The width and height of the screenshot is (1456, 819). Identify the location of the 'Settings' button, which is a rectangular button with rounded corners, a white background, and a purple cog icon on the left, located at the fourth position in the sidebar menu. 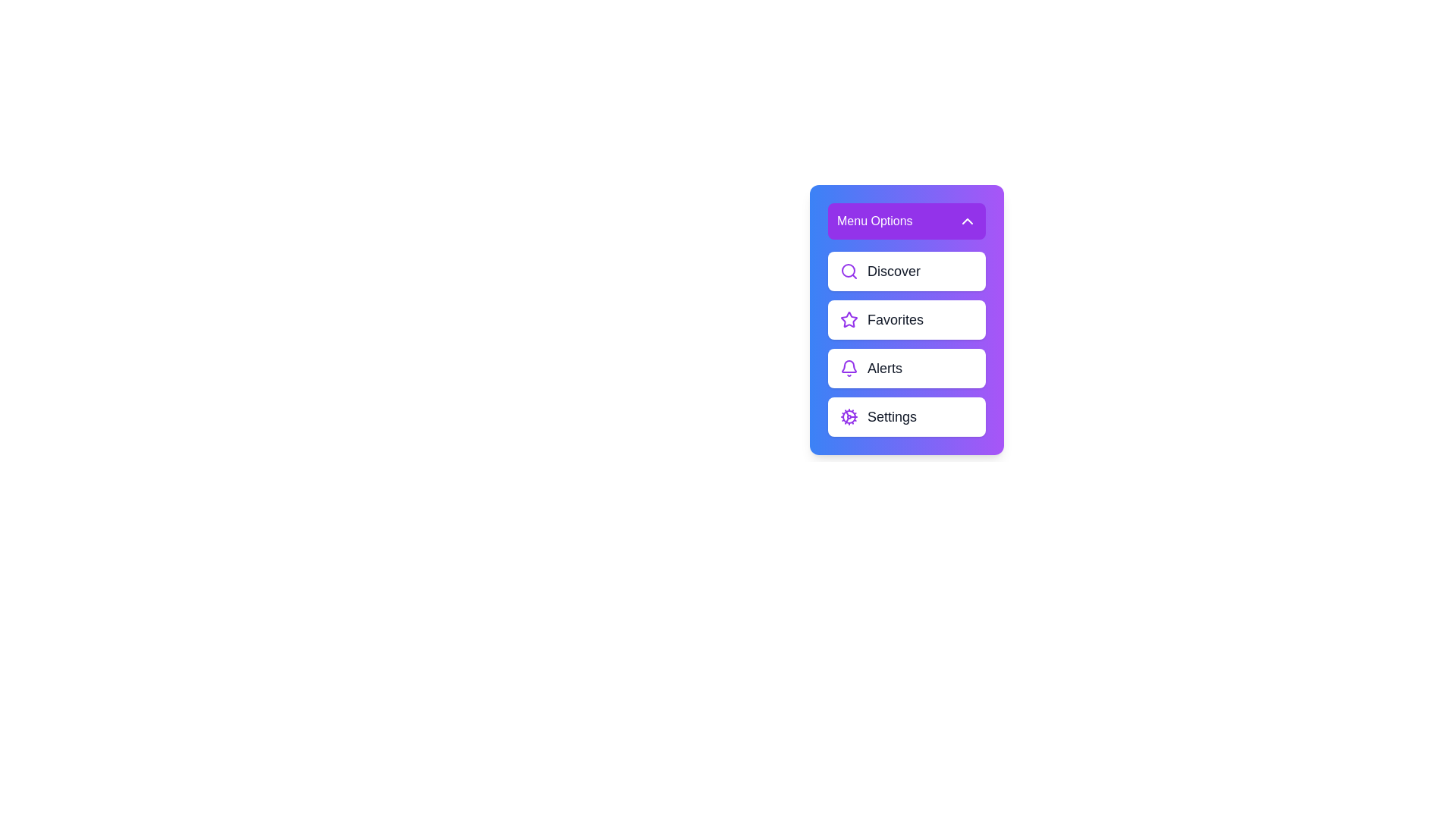
(906, 417).